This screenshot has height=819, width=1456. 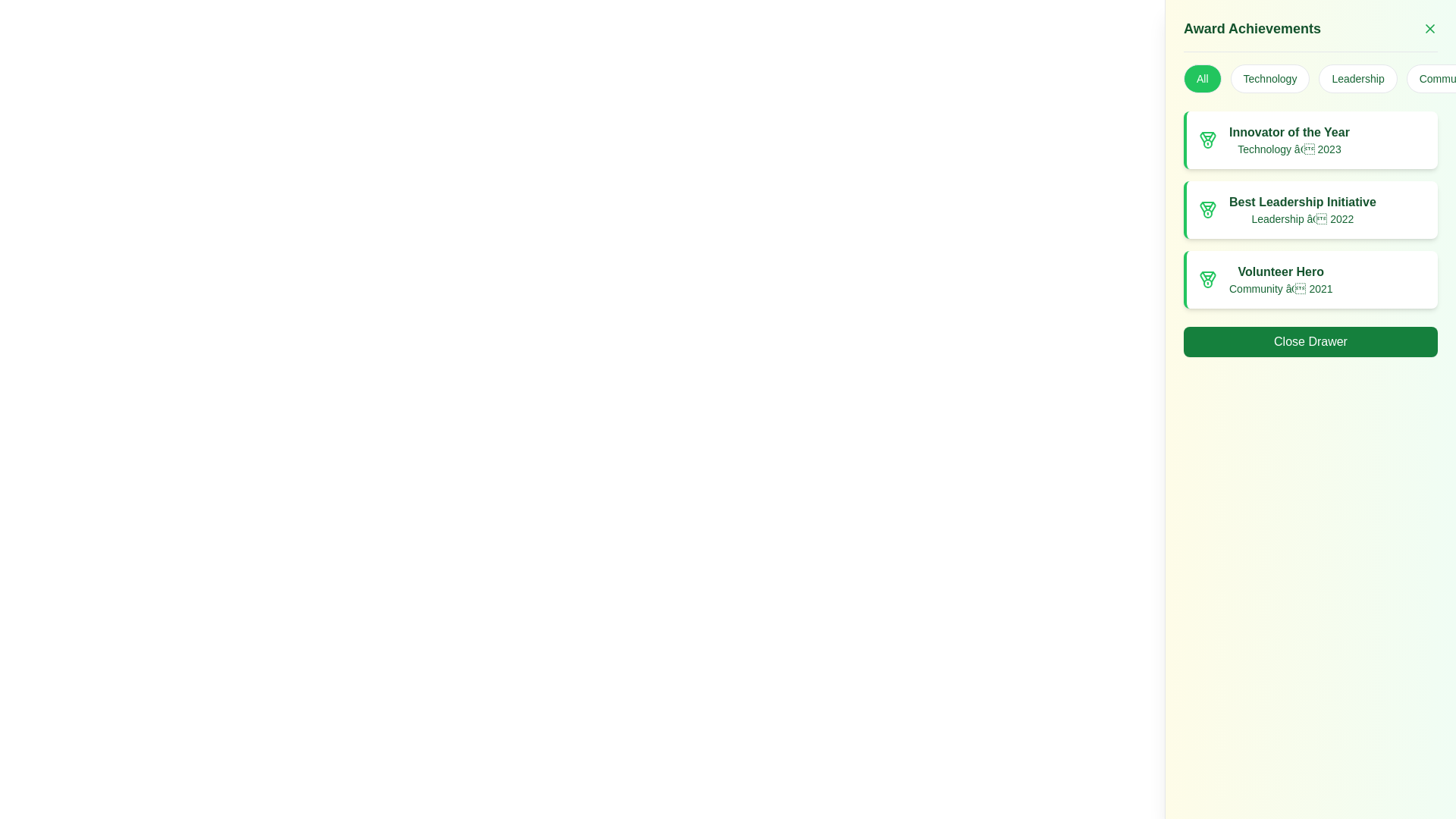 What do you see at coordinates (1302, 201) in the screenshot?
I see `the text label named 'Best Leadership Initiative', which is located in the 'Award Achievements' section of the application` at bounding box center [1302, 201].